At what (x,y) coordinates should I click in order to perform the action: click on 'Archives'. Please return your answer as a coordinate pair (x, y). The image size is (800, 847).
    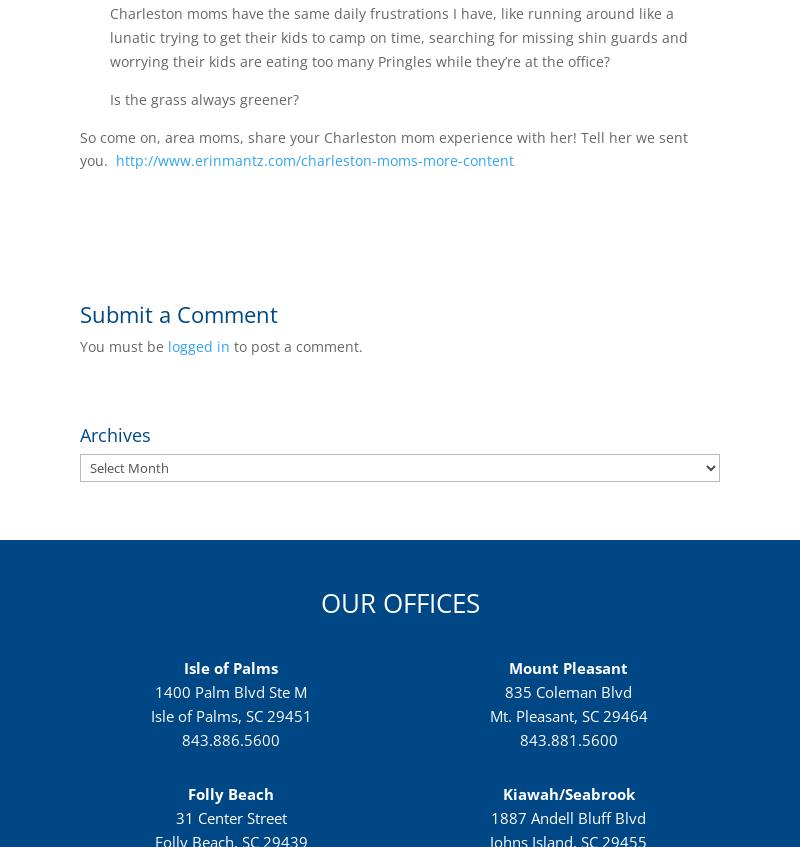
    Looking at the image, I should click on (80, 434).